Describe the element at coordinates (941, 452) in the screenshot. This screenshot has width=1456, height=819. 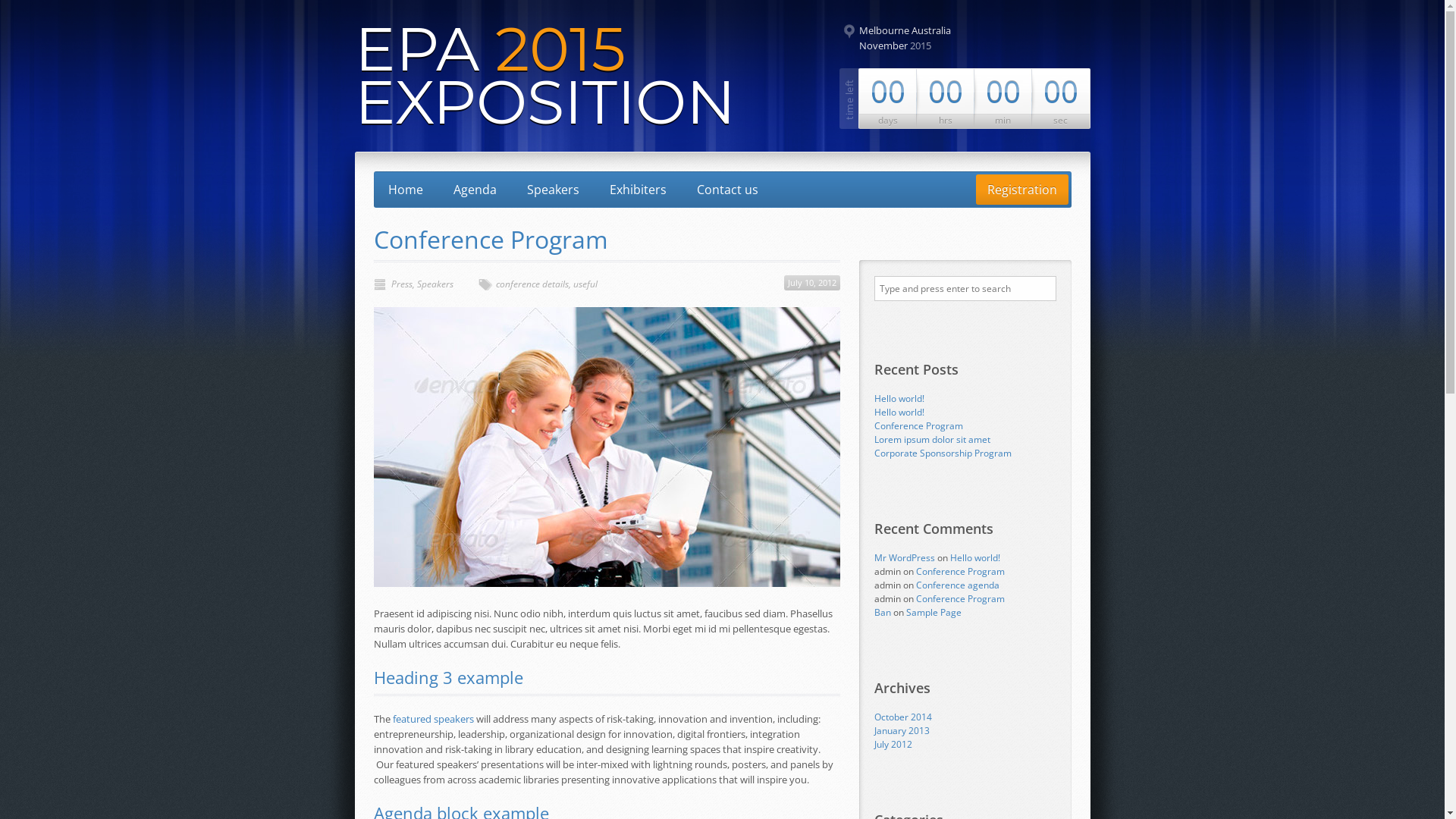
I see `'Corporate Sponsorship Program'` at that location.